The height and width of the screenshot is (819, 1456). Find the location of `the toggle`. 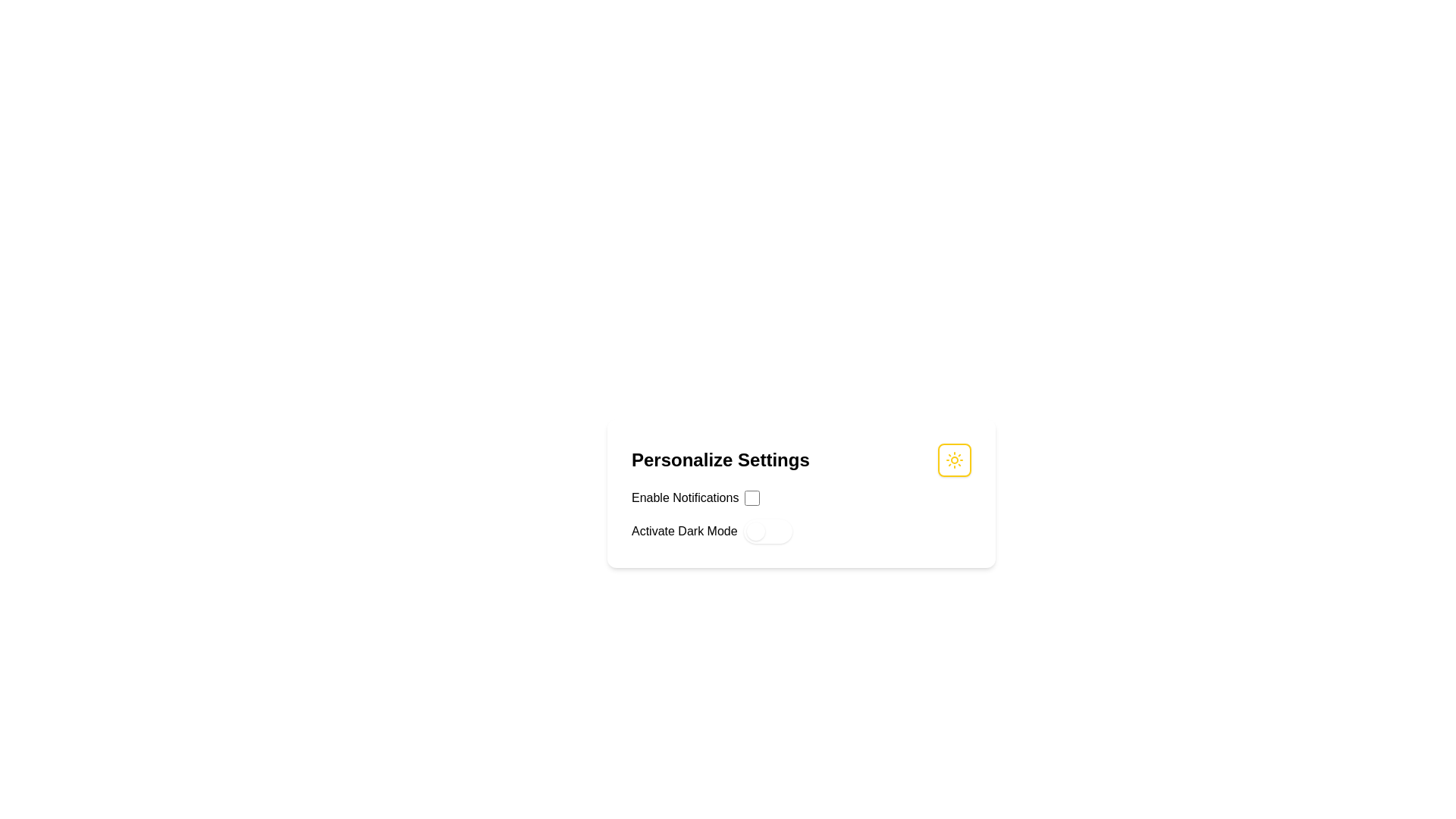

the toggle is located at coordinates (787, 531).